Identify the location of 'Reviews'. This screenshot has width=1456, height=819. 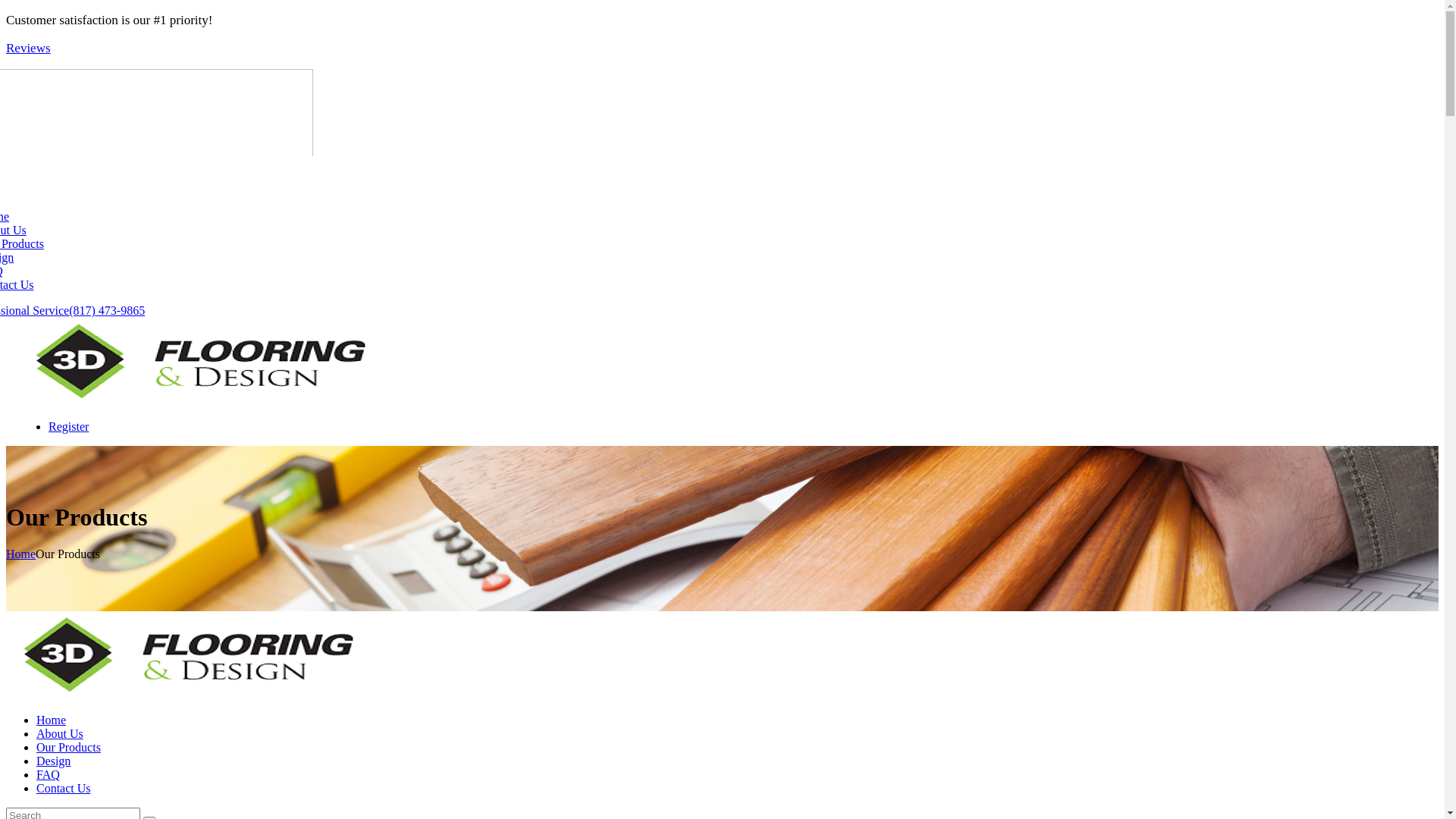
(28, 47).